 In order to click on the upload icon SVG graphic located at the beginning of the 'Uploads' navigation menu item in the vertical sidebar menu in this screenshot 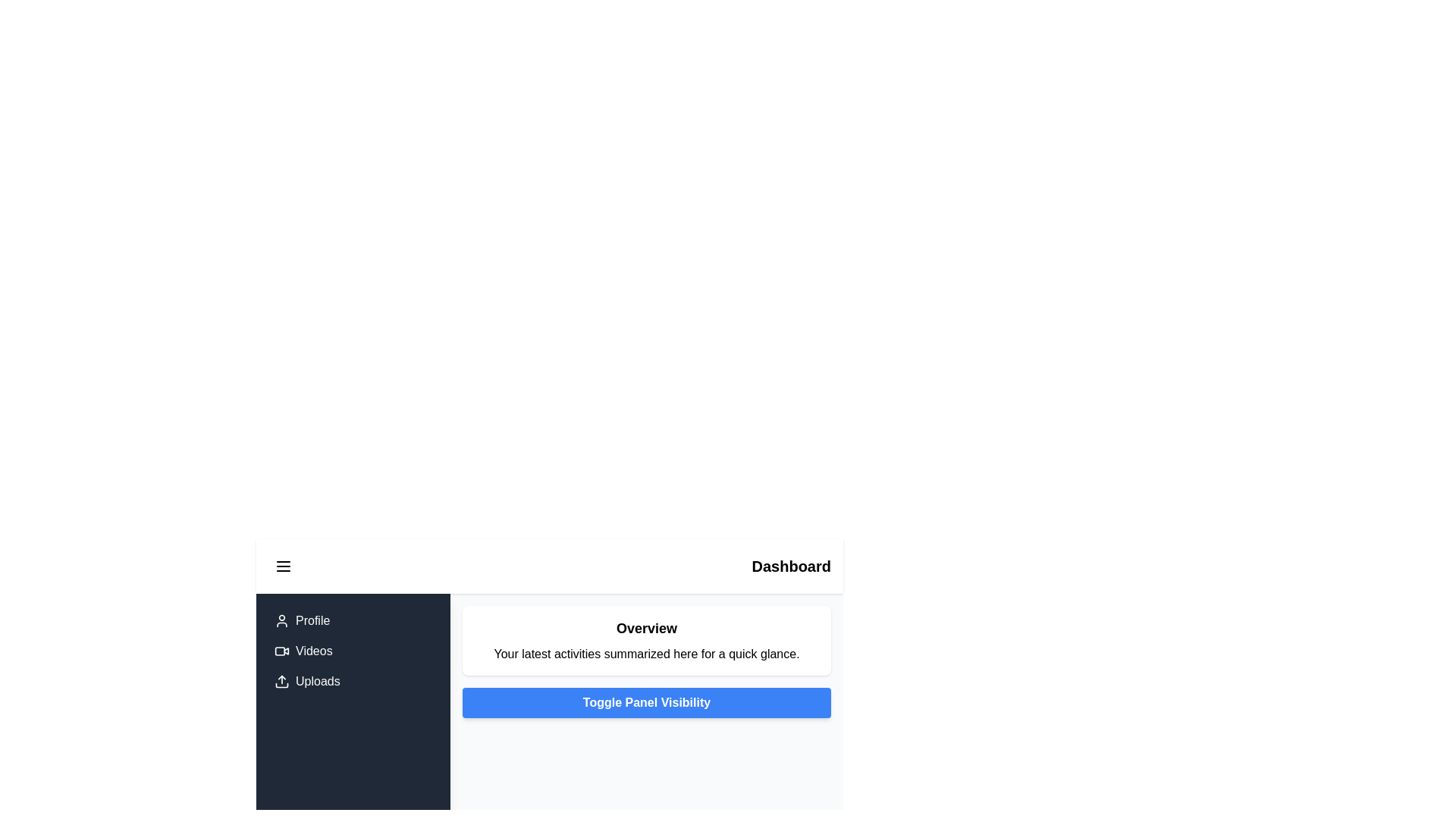, I will do `click(282, 680)`.